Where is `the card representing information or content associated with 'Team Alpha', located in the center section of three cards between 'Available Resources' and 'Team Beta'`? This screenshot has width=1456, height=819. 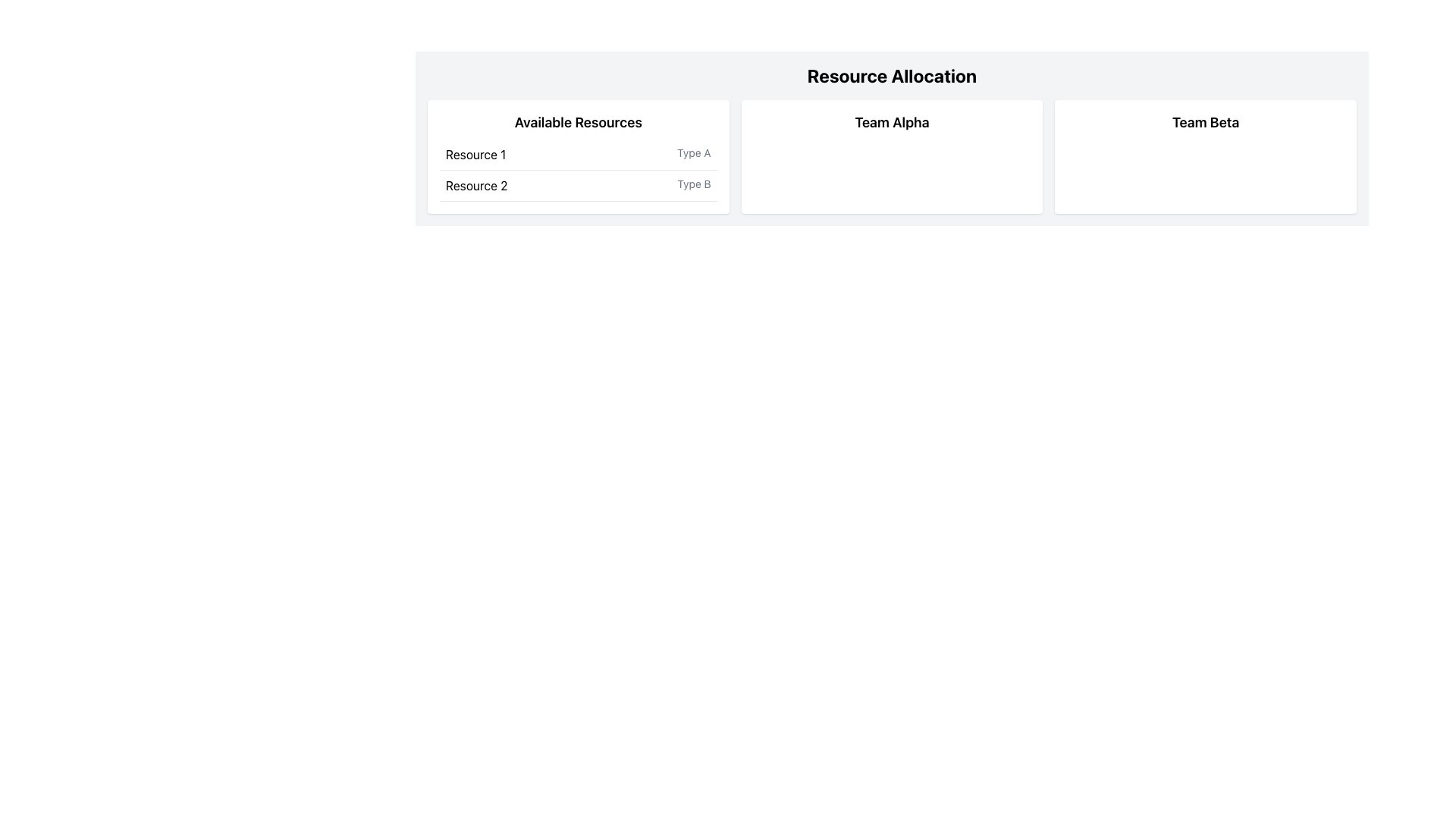 the card representing information or content associated with 'Team Alpha', located in the center section of three cards between 'Available Resources' and 'Team Beta' is located at coordinates (892, 157).